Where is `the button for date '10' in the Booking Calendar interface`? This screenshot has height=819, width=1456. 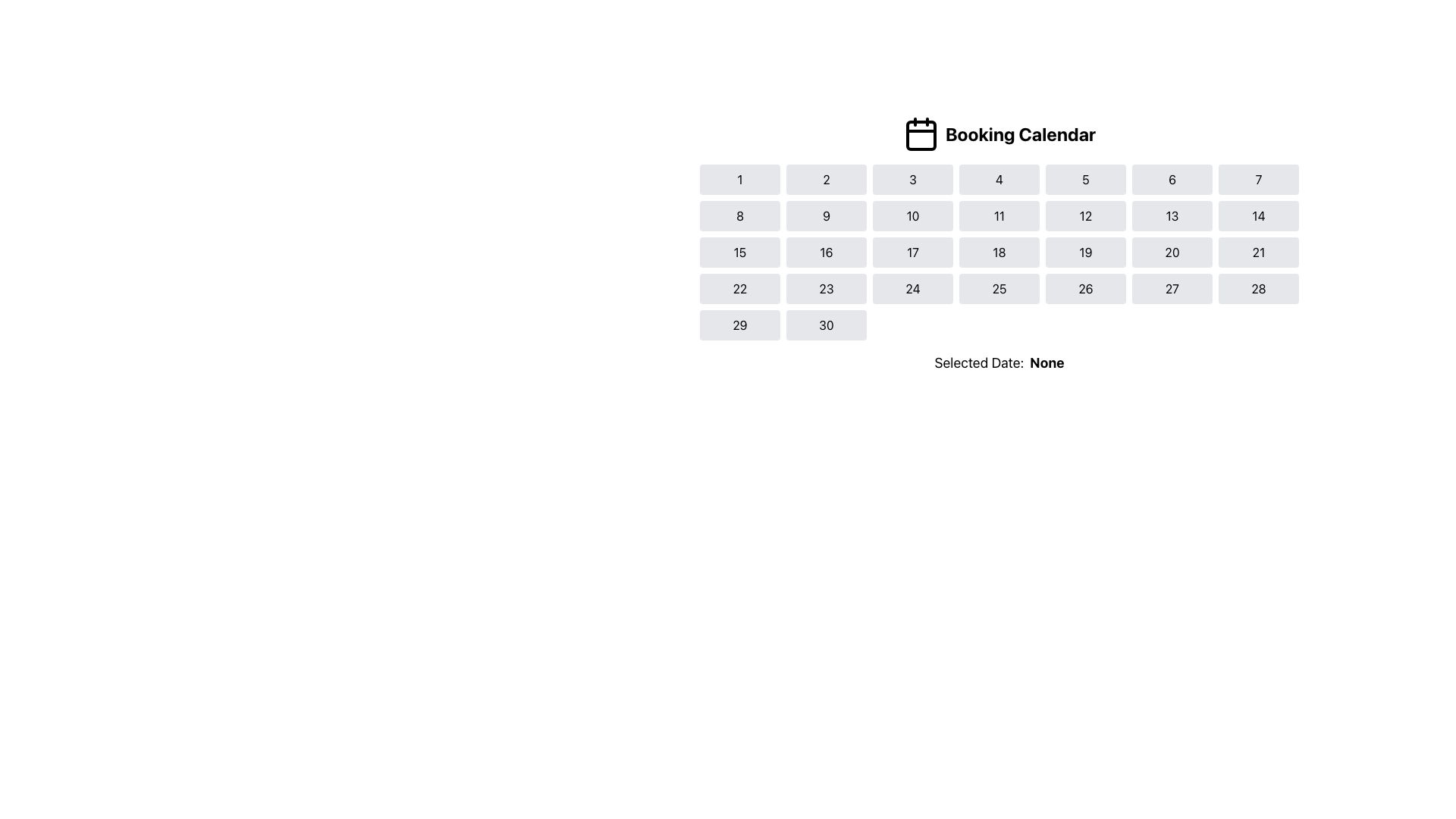
the button for date '10' in the Booking Calendar interface is located at coordinates (912, 216).